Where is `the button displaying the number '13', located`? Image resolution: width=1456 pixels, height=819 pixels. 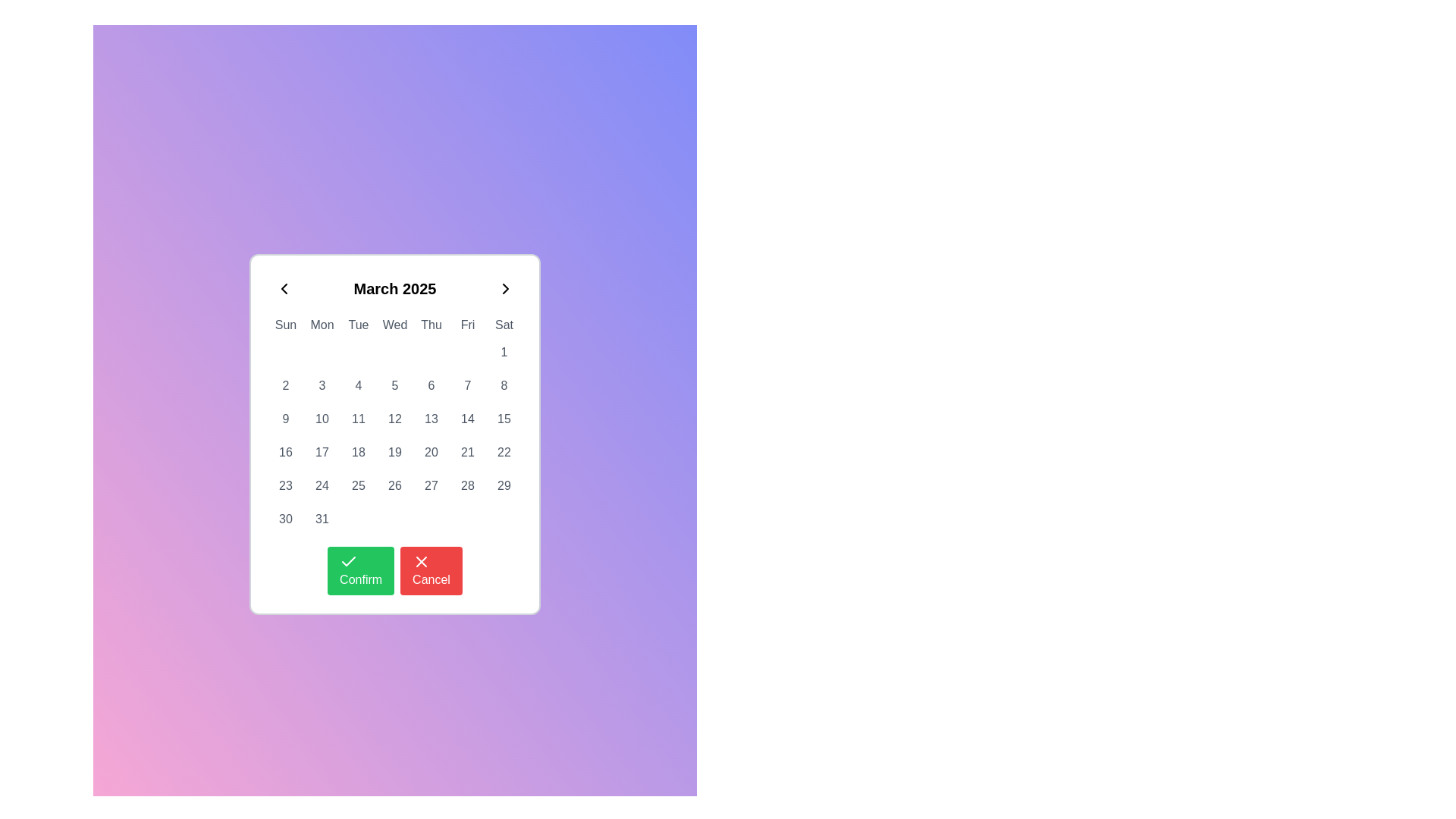
the button displaying the number '13', located is located at coordinates (431, 419).